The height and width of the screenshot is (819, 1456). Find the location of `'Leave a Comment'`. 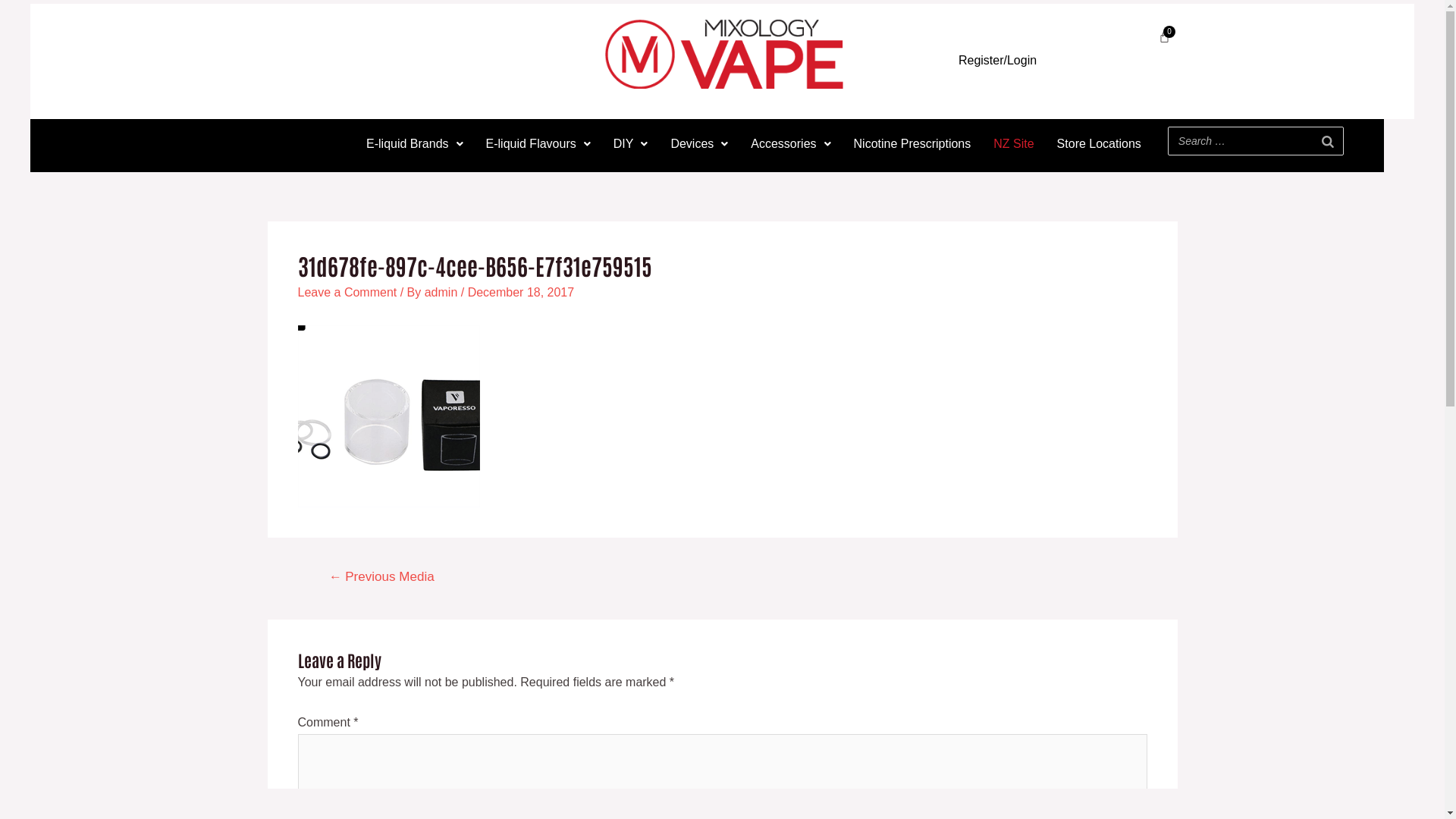

'Leave a Comment' is located at coordinates (297, 292).